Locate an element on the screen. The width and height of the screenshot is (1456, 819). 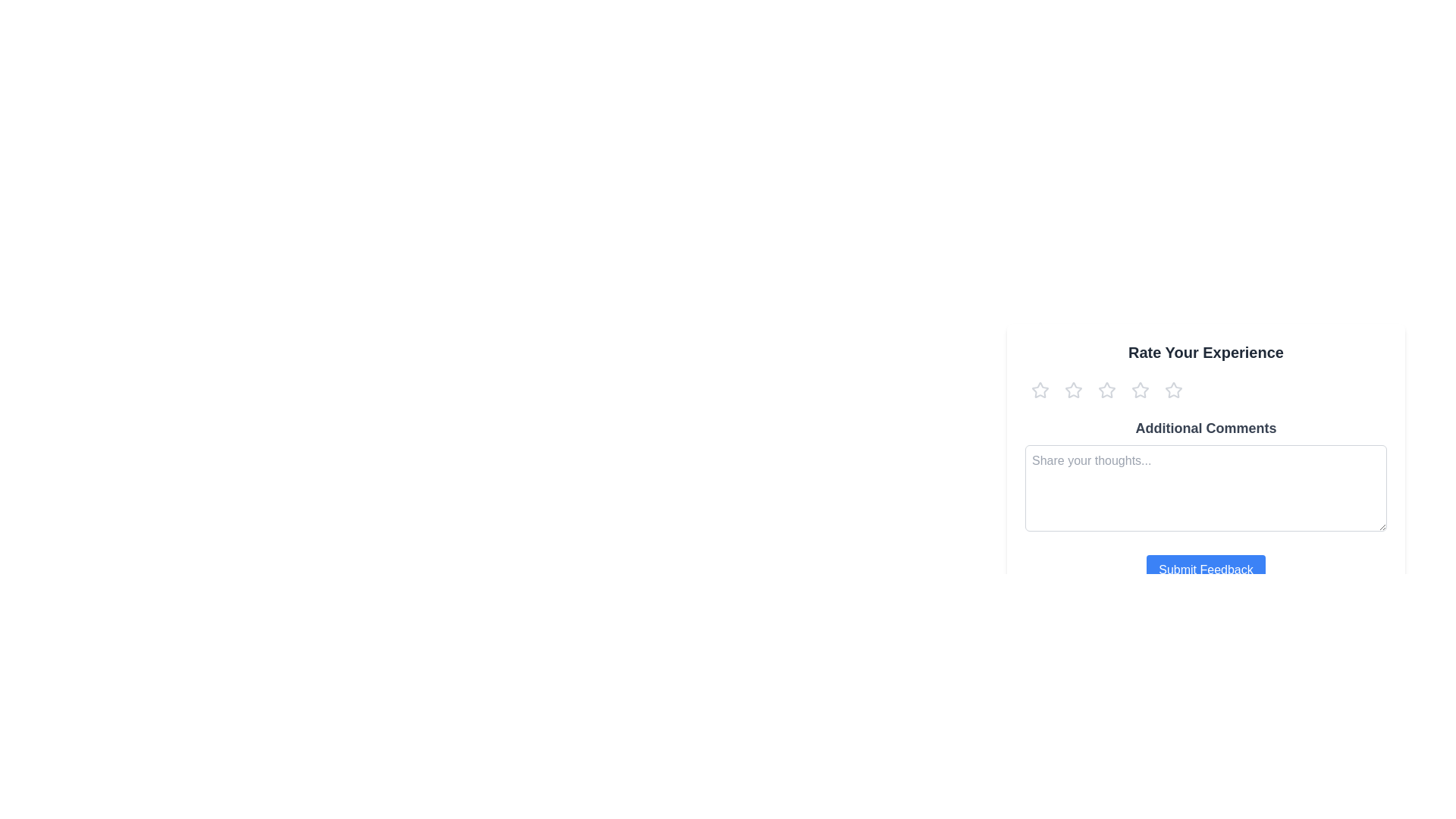
the third star-shaped graphic element from the left under the title 'Rate Your Experience' is located at coordinates (1140, 390).